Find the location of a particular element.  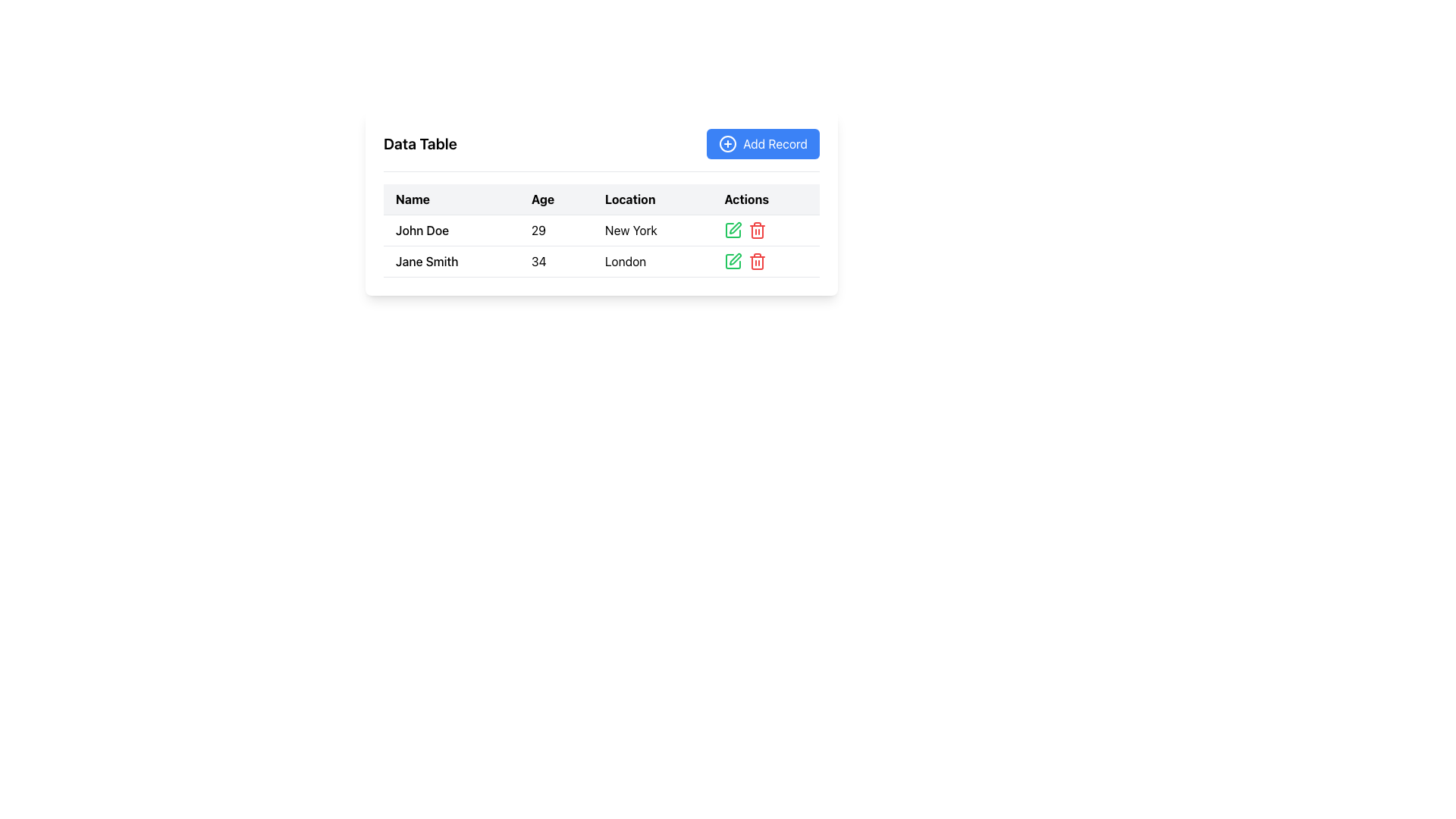

the delete icon button located in the 'Actions' column of the second row of the table, which is adjacent to the green edit icon is located at coordinates (758, 260).